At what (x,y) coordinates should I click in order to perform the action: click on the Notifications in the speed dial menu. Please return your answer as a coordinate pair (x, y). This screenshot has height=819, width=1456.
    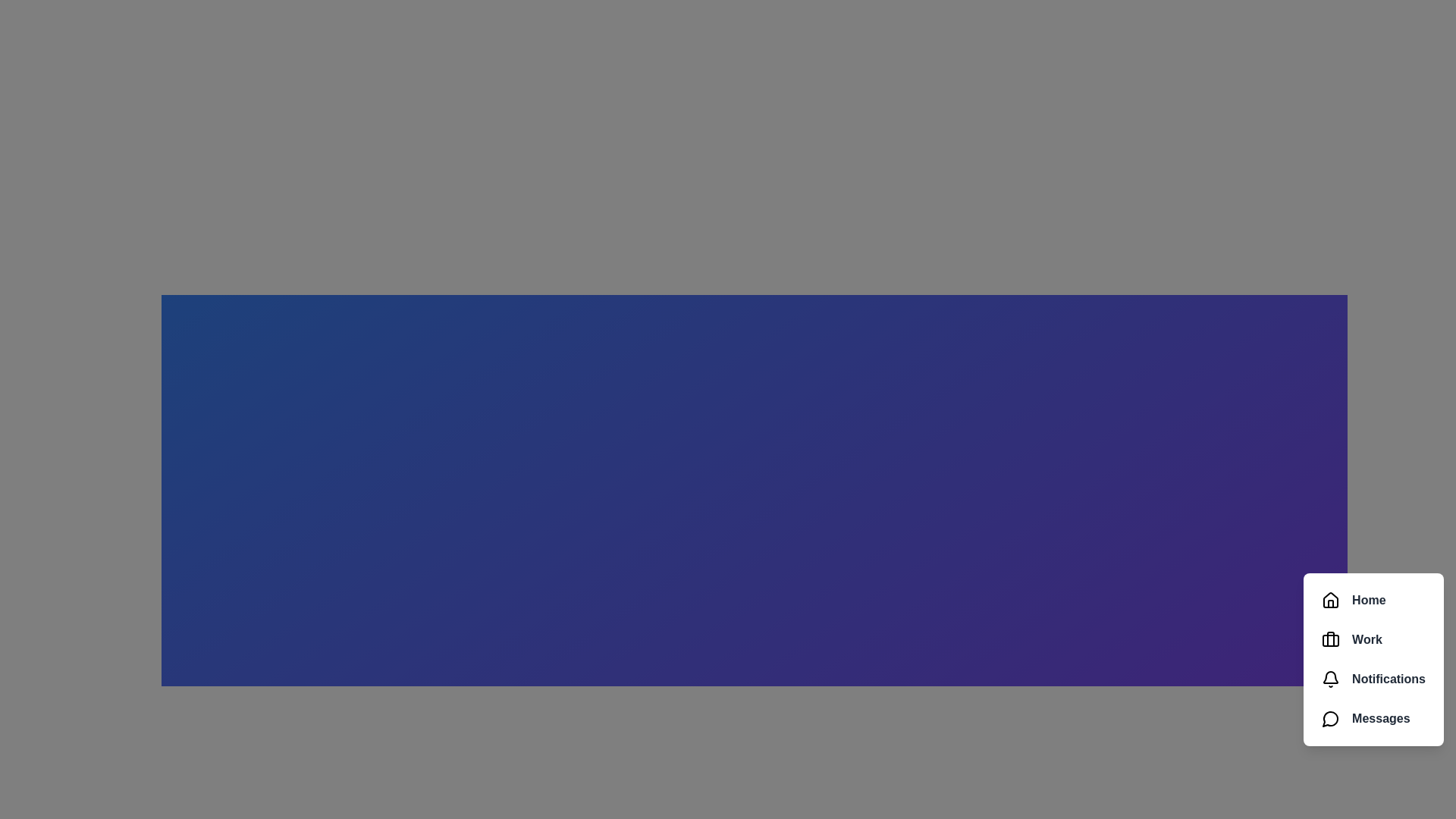
    Looking at the image, I should click on (1373, 678).